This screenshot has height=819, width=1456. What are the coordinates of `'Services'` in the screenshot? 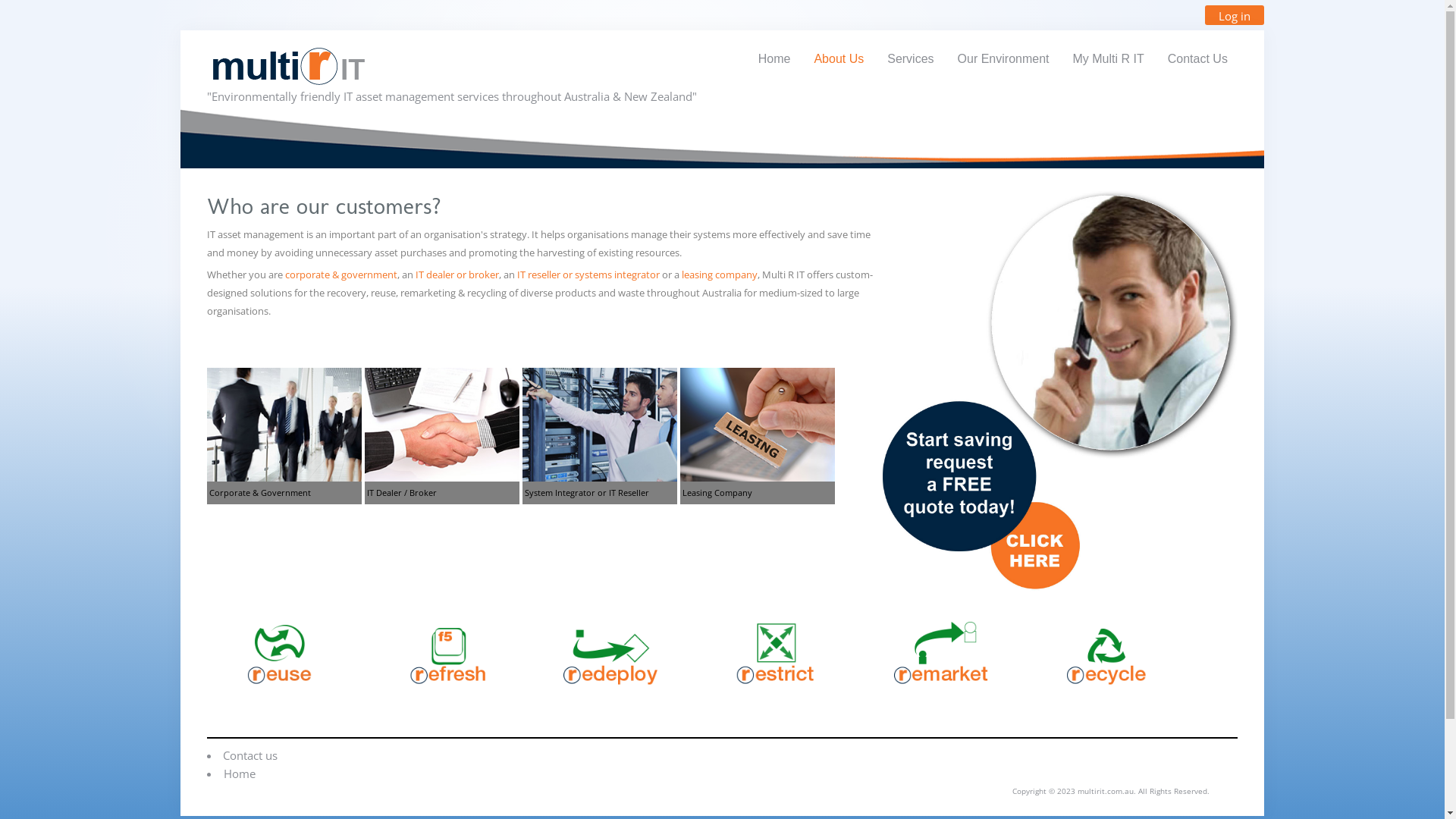 It's located at (910, 58).